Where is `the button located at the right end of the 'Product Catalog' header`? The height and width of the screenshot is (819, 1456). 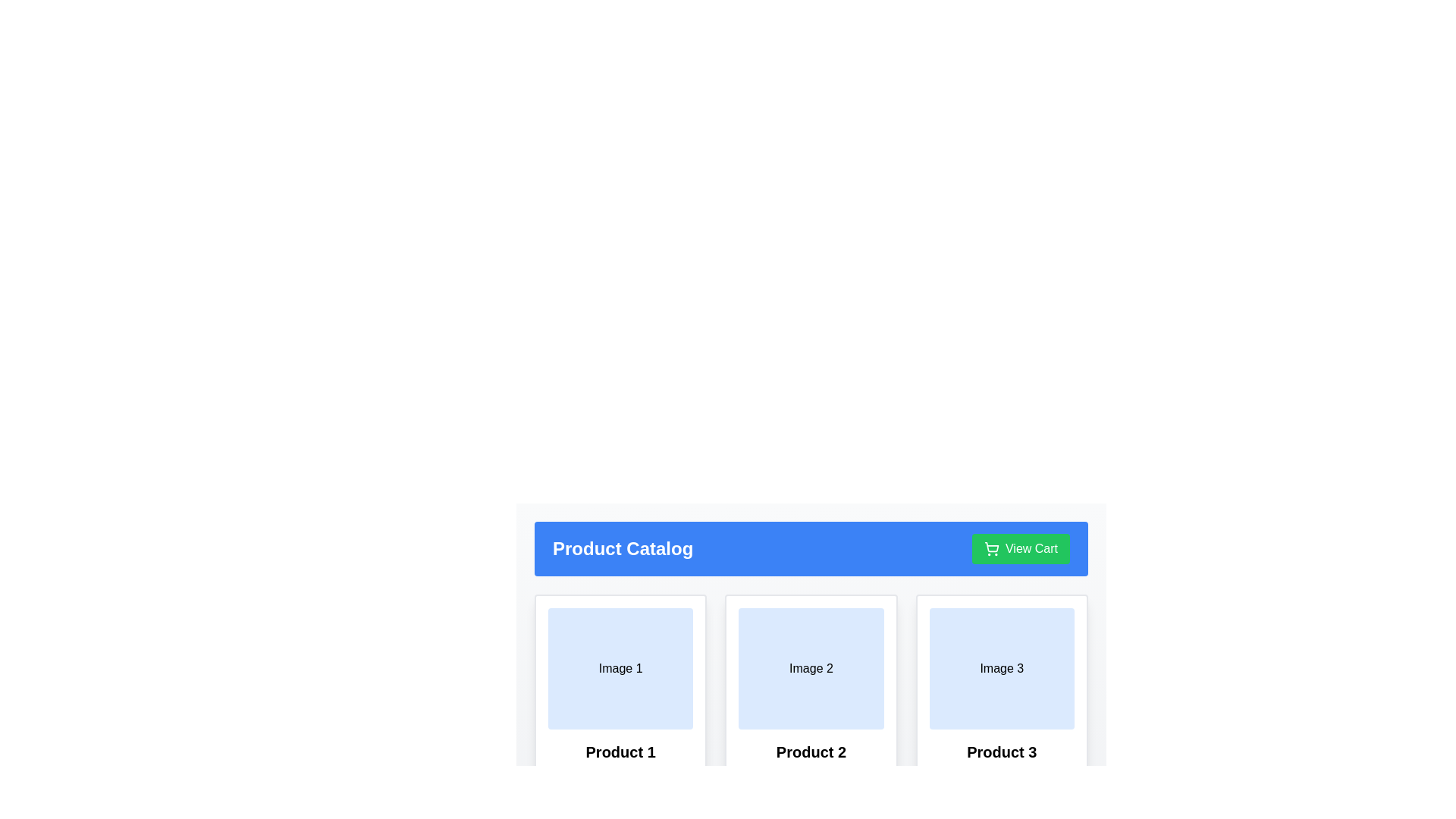 the button located at the right end of the 'Product Catalog' header is located at coordinates (1021, 549).